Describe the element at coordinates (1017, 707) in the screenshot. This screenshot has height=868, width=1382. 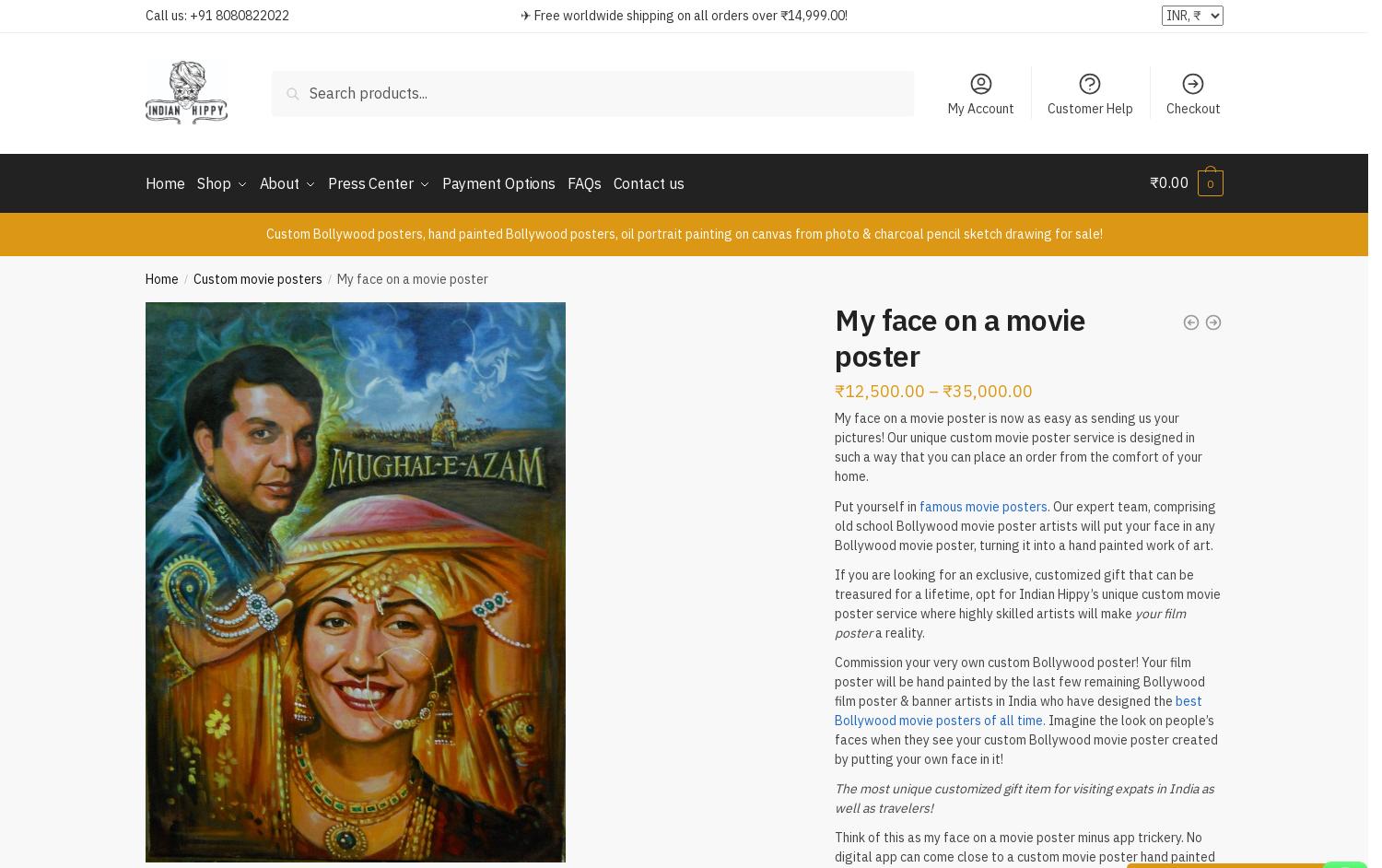
I see `'best Bollywood movie posters of all time.'` at that location.